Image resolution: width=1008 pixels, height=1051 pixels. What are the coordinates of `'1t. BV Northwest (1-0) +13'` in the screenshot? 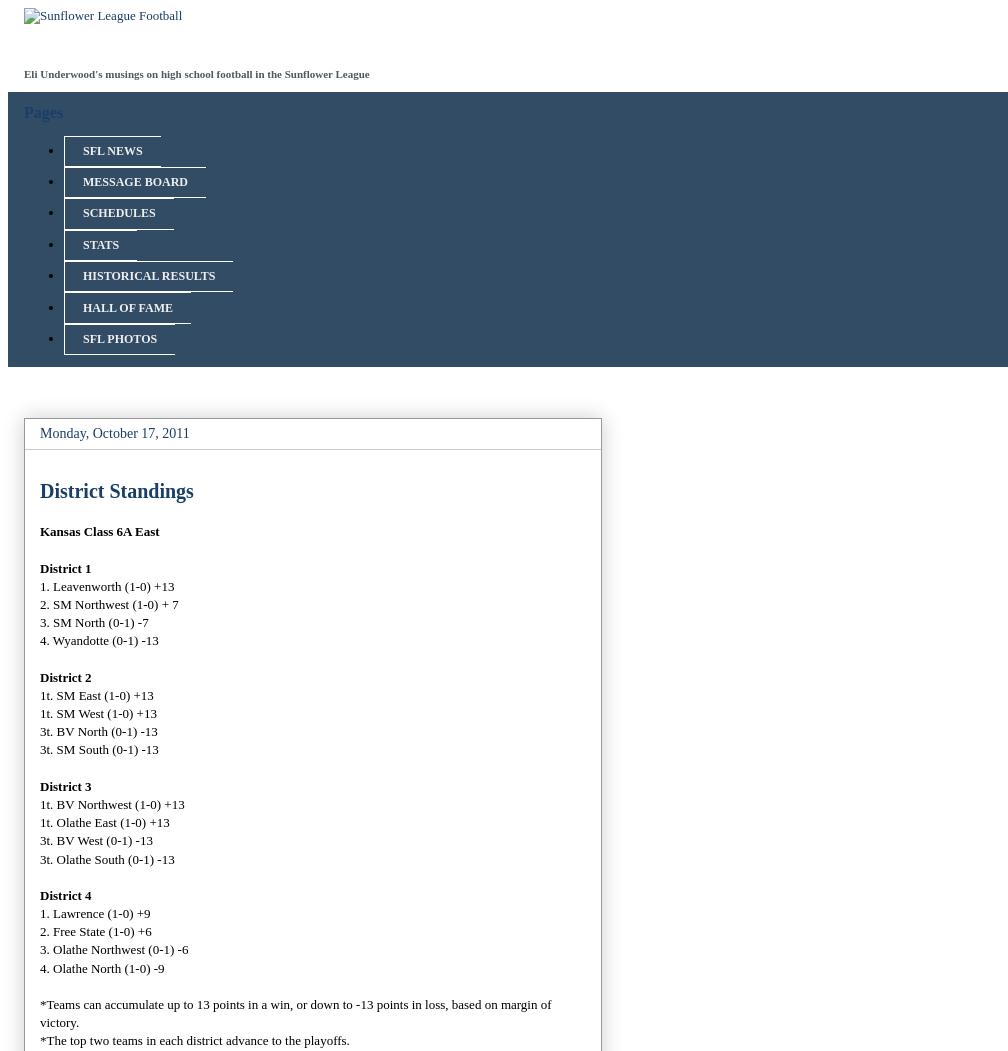 It's located at (111, 802).